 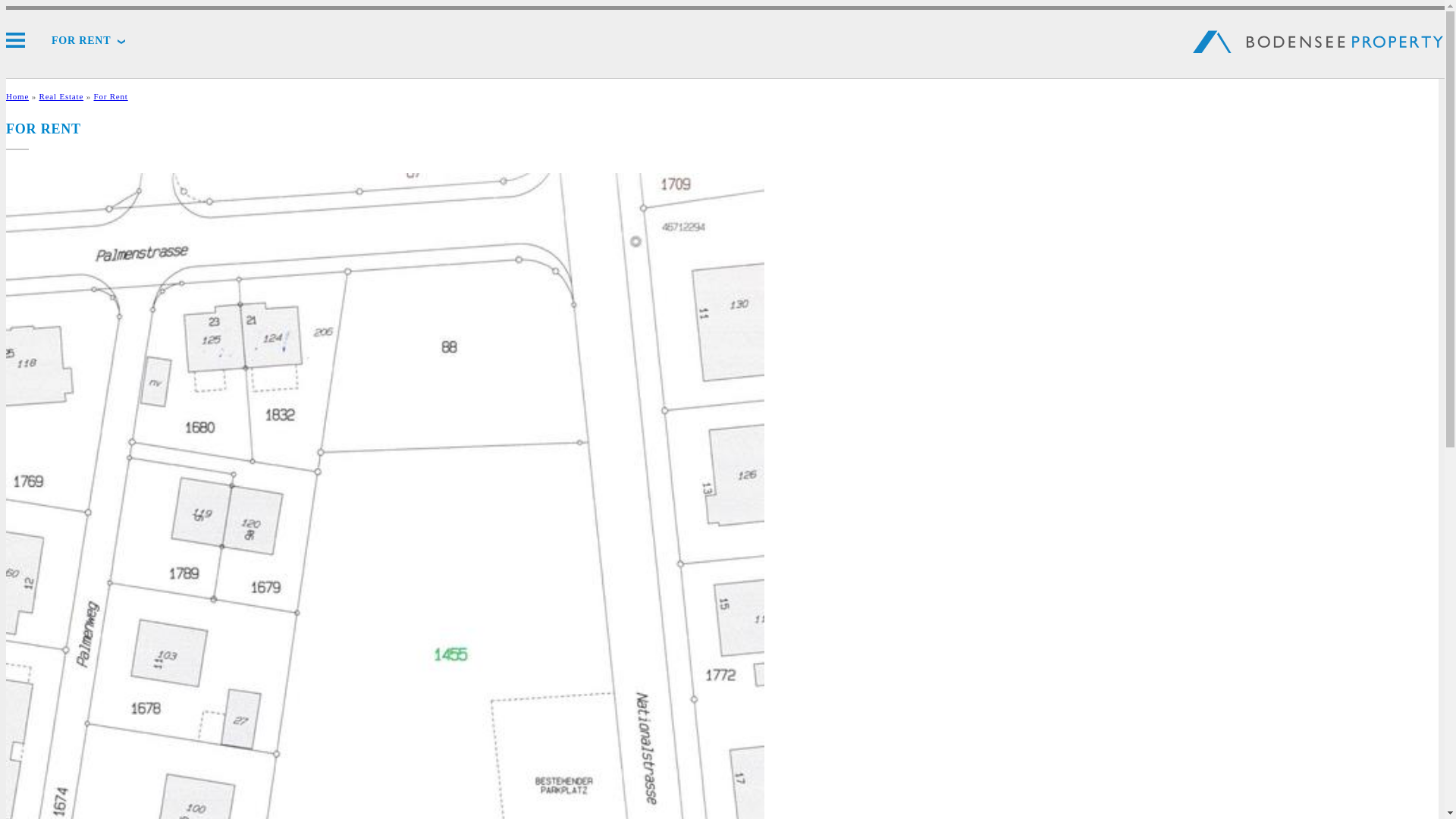 I want to click on 'Home', so click(x=17, y=96).